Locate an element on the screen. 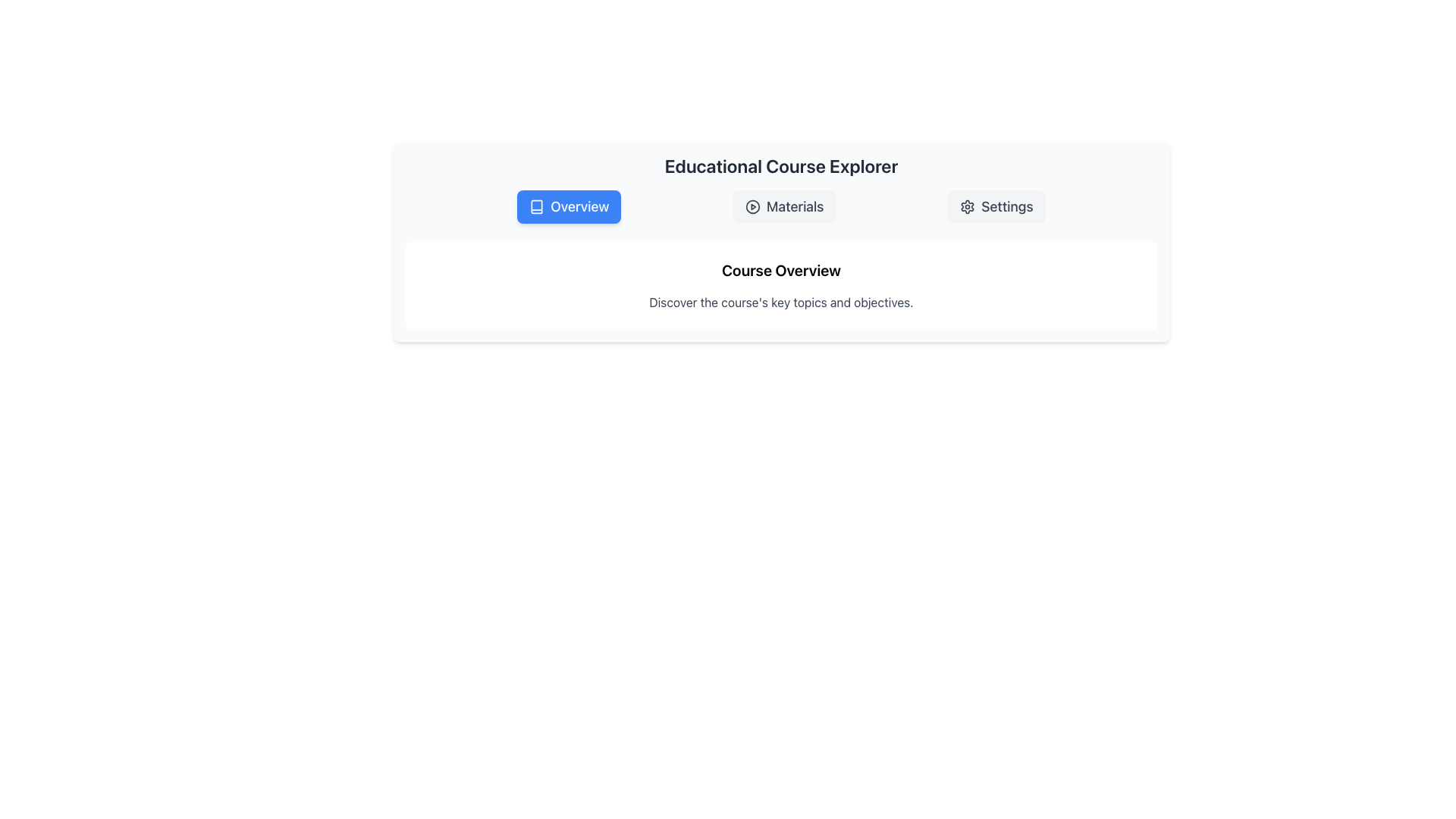 The height and width of the screenshot is (819, 1456). the 'Course Overview' text label, which is styled in bold and larger font, located centrally above the smaller descriptive text in a light-colored section of the interface is located at coordinates (781, 270).